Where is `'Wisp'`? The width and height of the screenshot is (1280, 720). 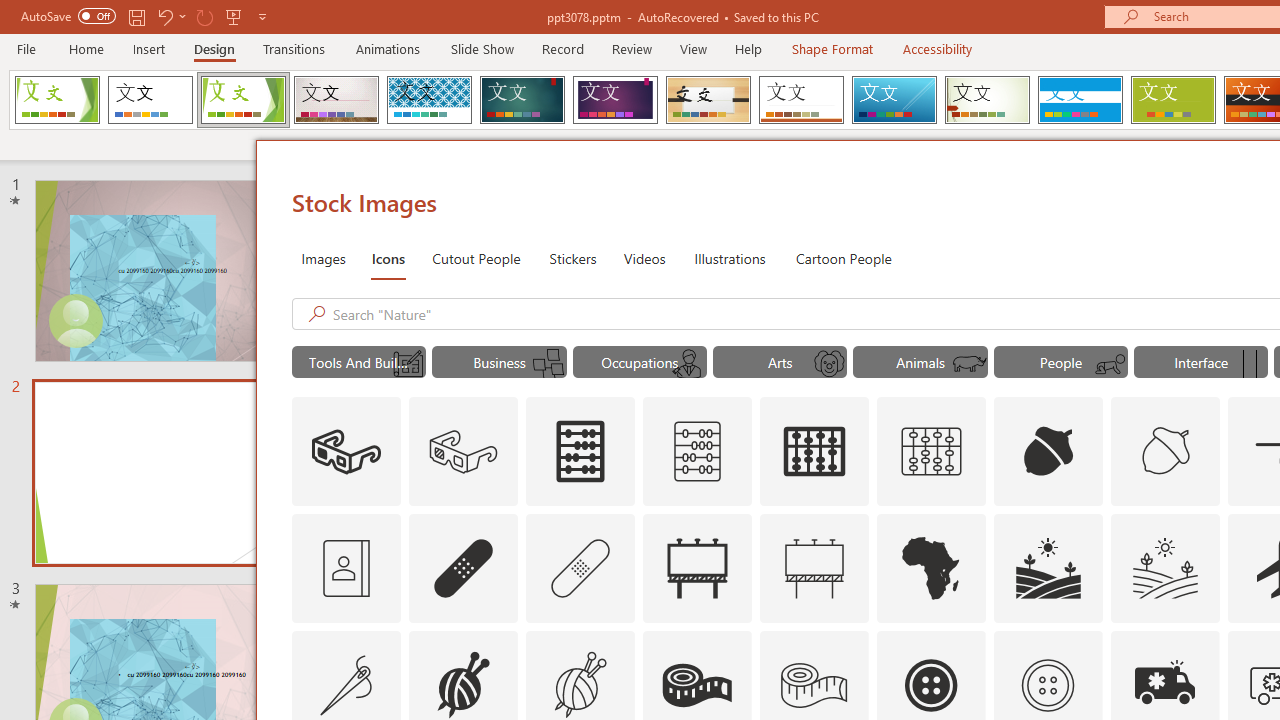
'Wisp' is located at coordinates (987, 100).